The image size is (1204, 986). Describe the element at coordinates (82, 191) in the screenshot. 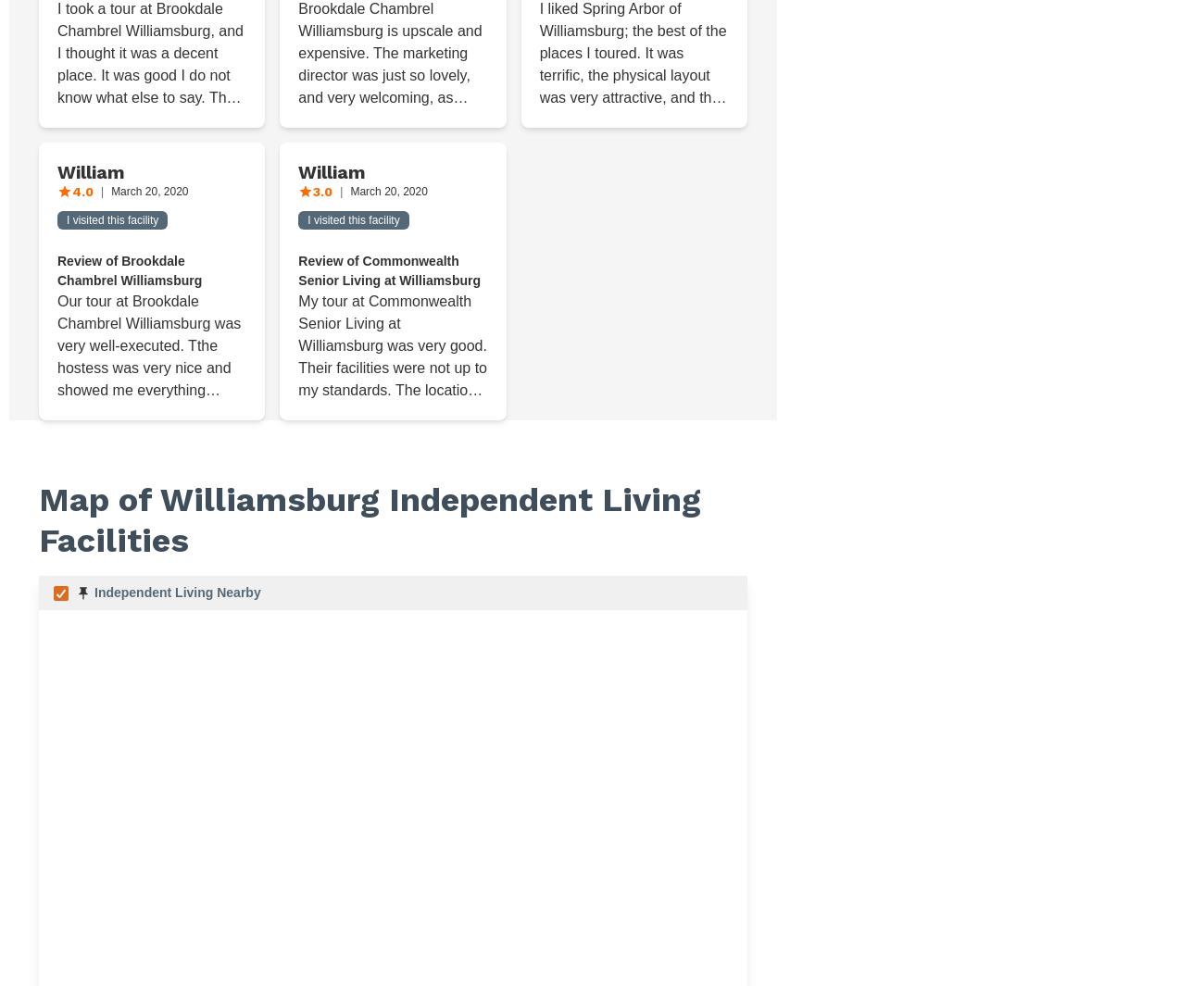

I see `'4.0'` at that location.